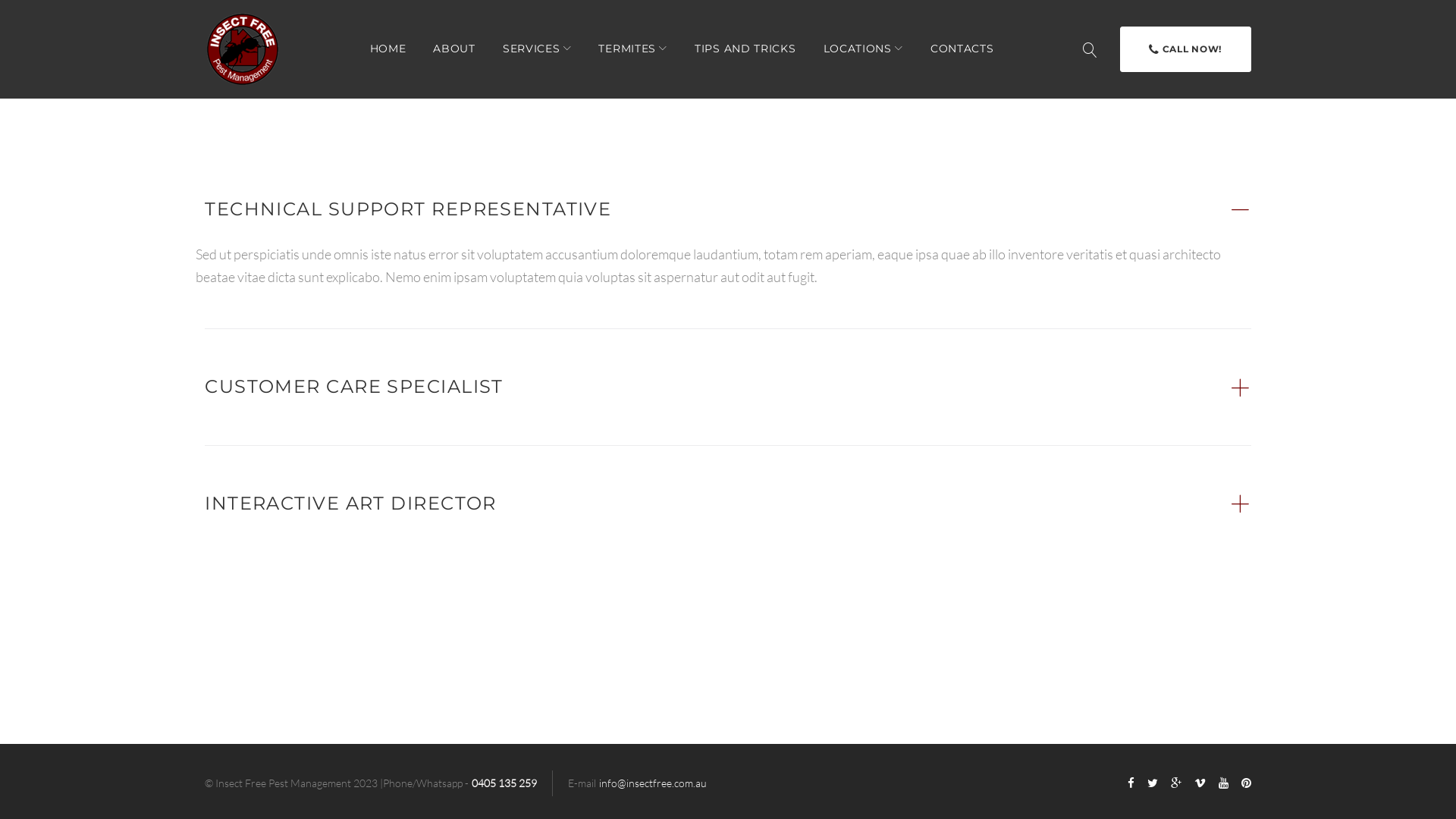 This screenshot has height=819, width=1456. What do you see at coordinates (863, 48) in the screenshot?
I see `'LOCATIONS'` at bounding box center [863, 48].